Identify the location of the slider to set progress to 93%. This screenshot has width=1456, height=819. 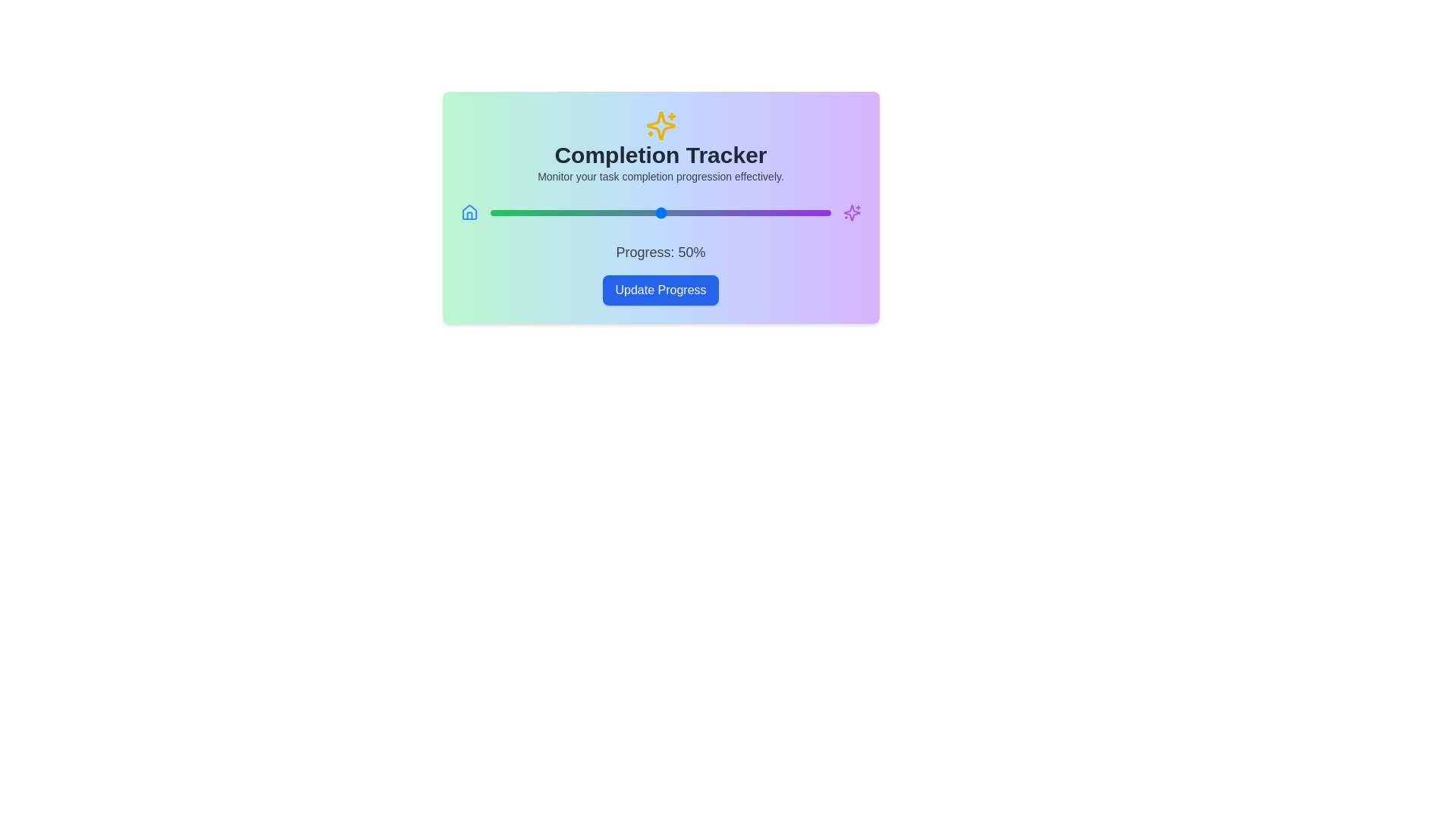
(806, 213).